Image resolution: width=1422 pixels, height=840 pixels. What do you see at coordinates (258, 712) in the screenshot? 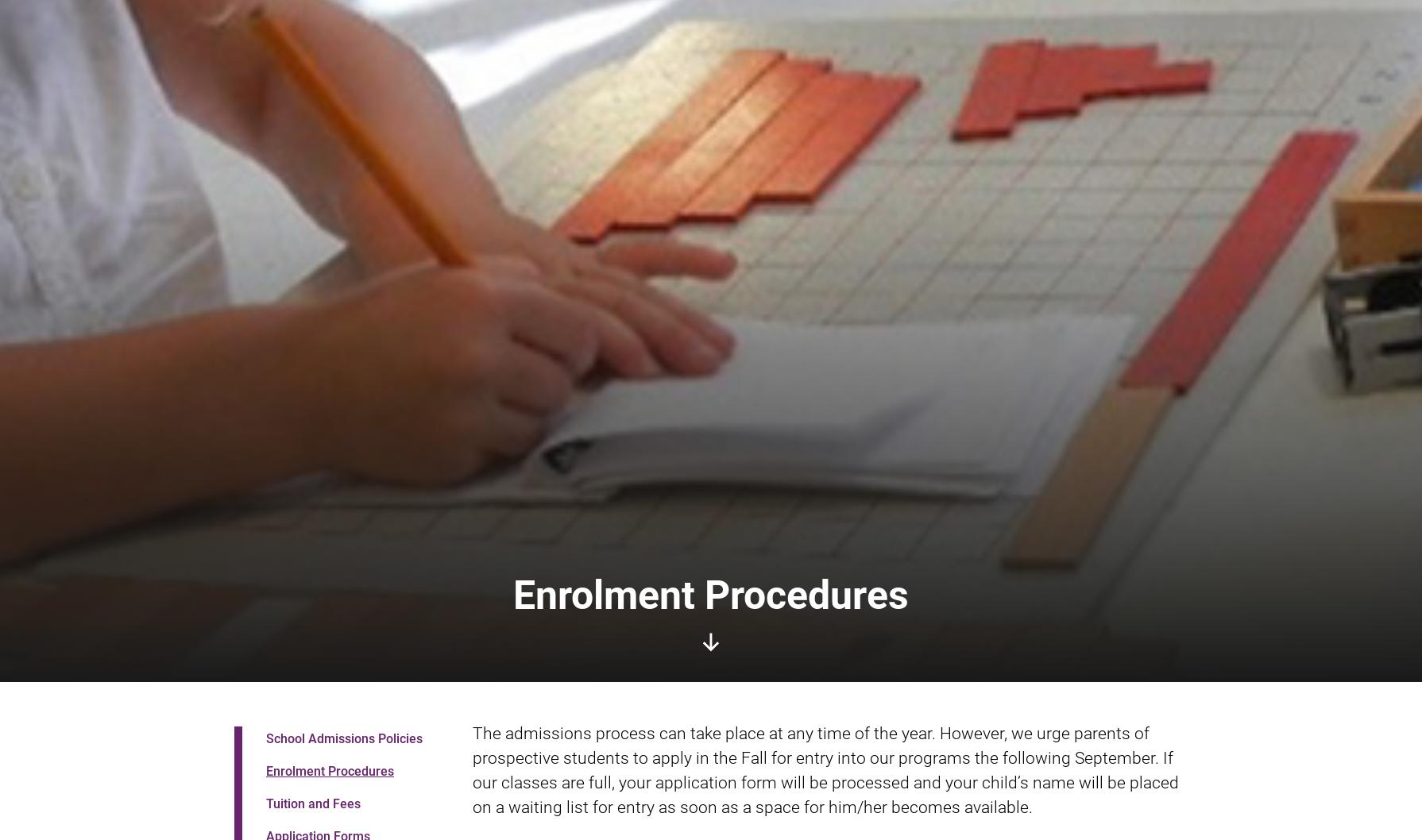
I see `'©
            
              
							2023'` at bounding box center [258, 712].